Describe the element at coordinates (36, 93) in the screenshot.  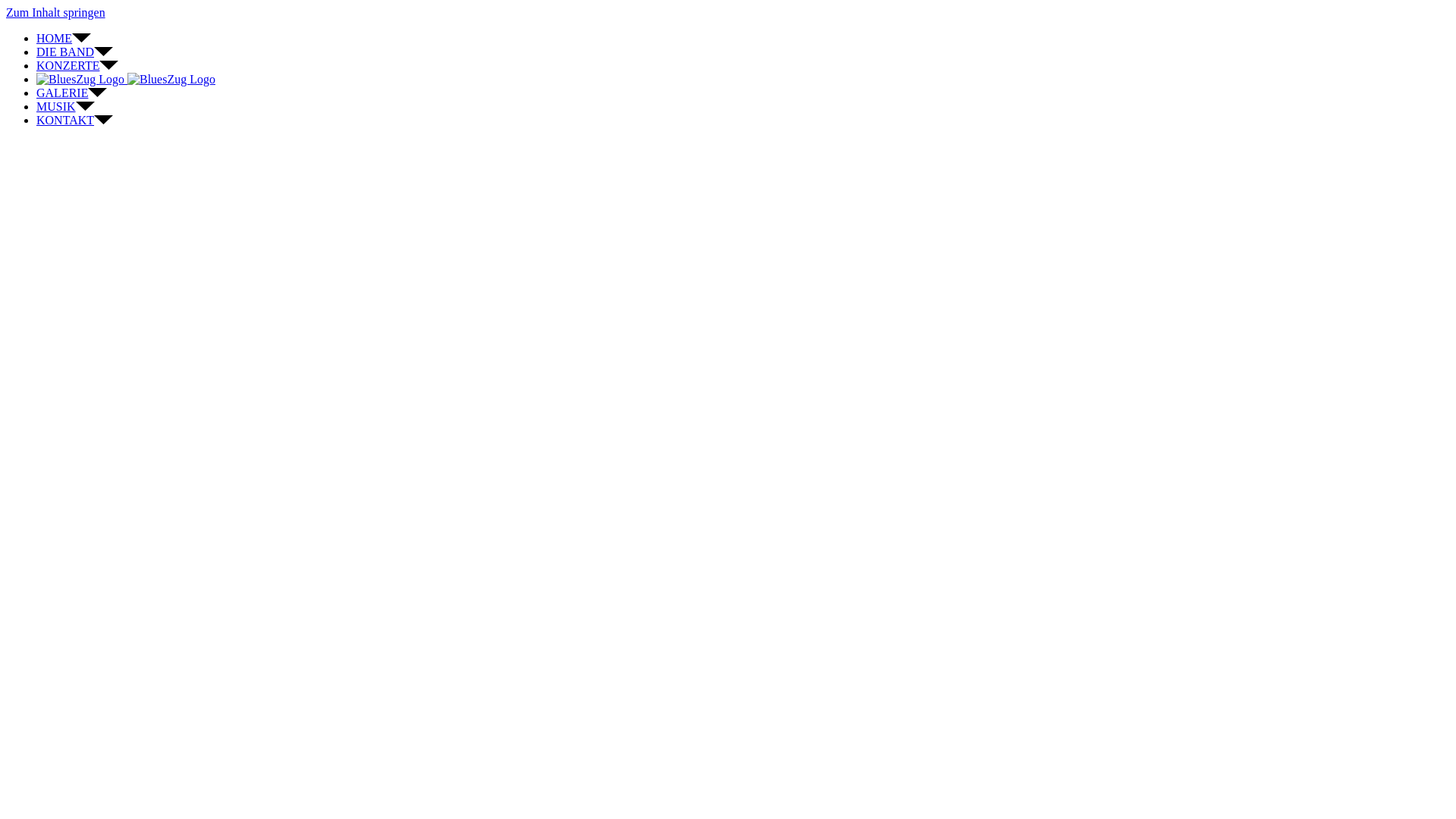
I see `'GALERIE'` at that location.